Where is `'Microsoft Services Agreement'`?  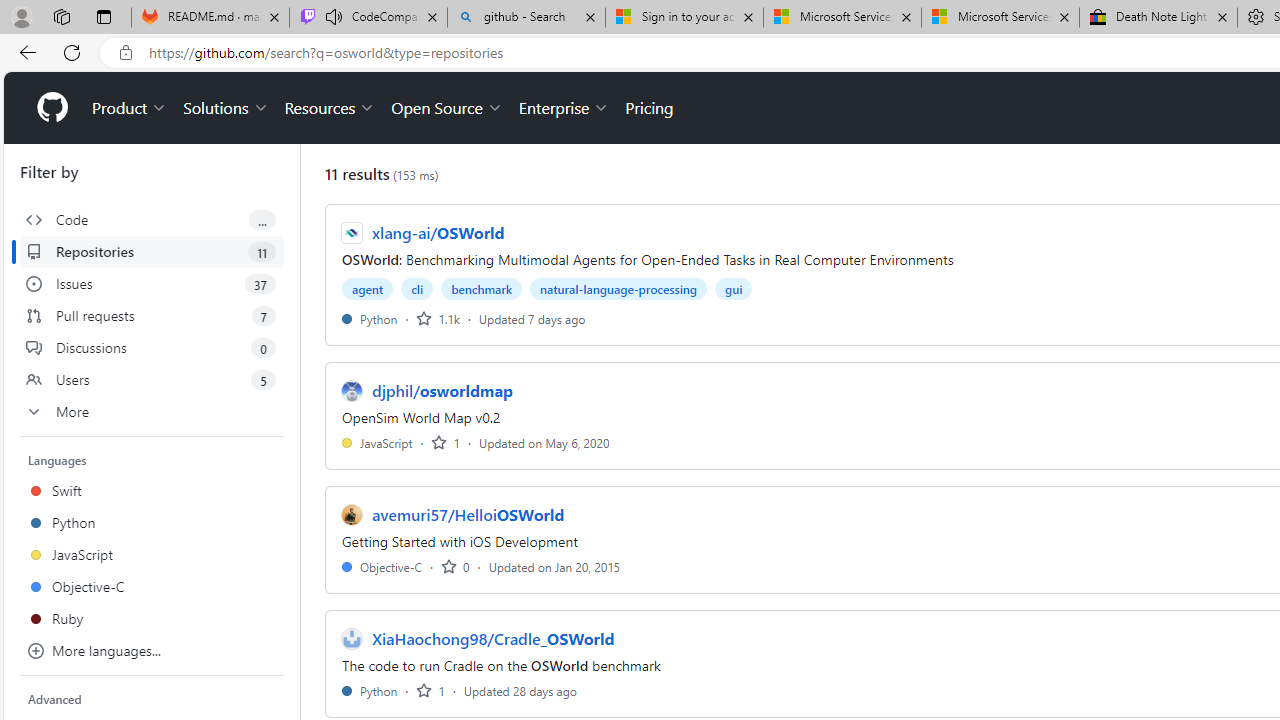 'Microsoft Services Agreement' is located at coordinates (1000, 17).